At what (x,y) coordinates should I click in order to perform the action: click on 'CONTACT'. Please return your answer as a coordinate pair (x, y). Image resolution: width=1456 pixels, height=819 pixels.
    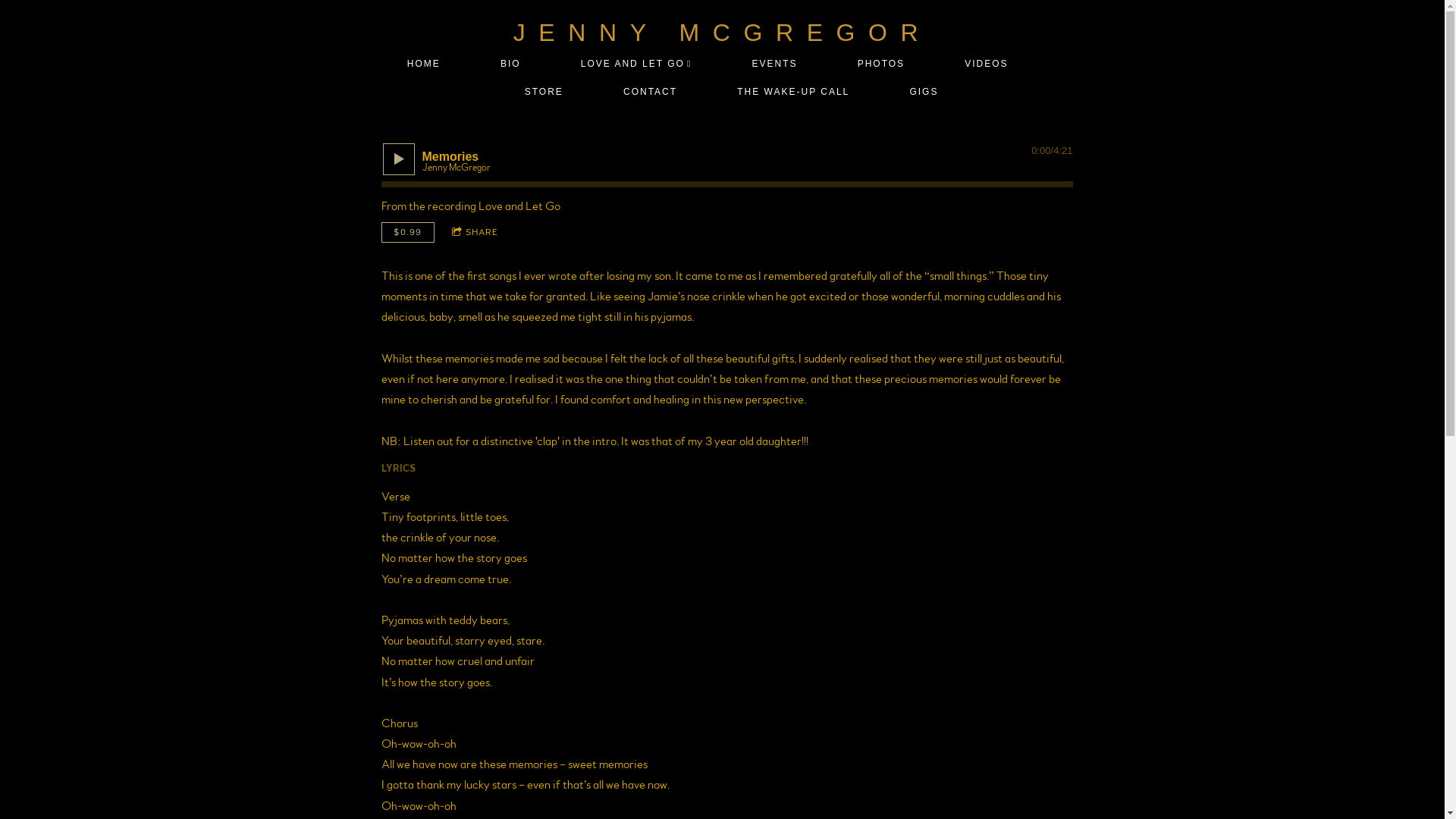
    Looking at the image, I should click on (651, 92).